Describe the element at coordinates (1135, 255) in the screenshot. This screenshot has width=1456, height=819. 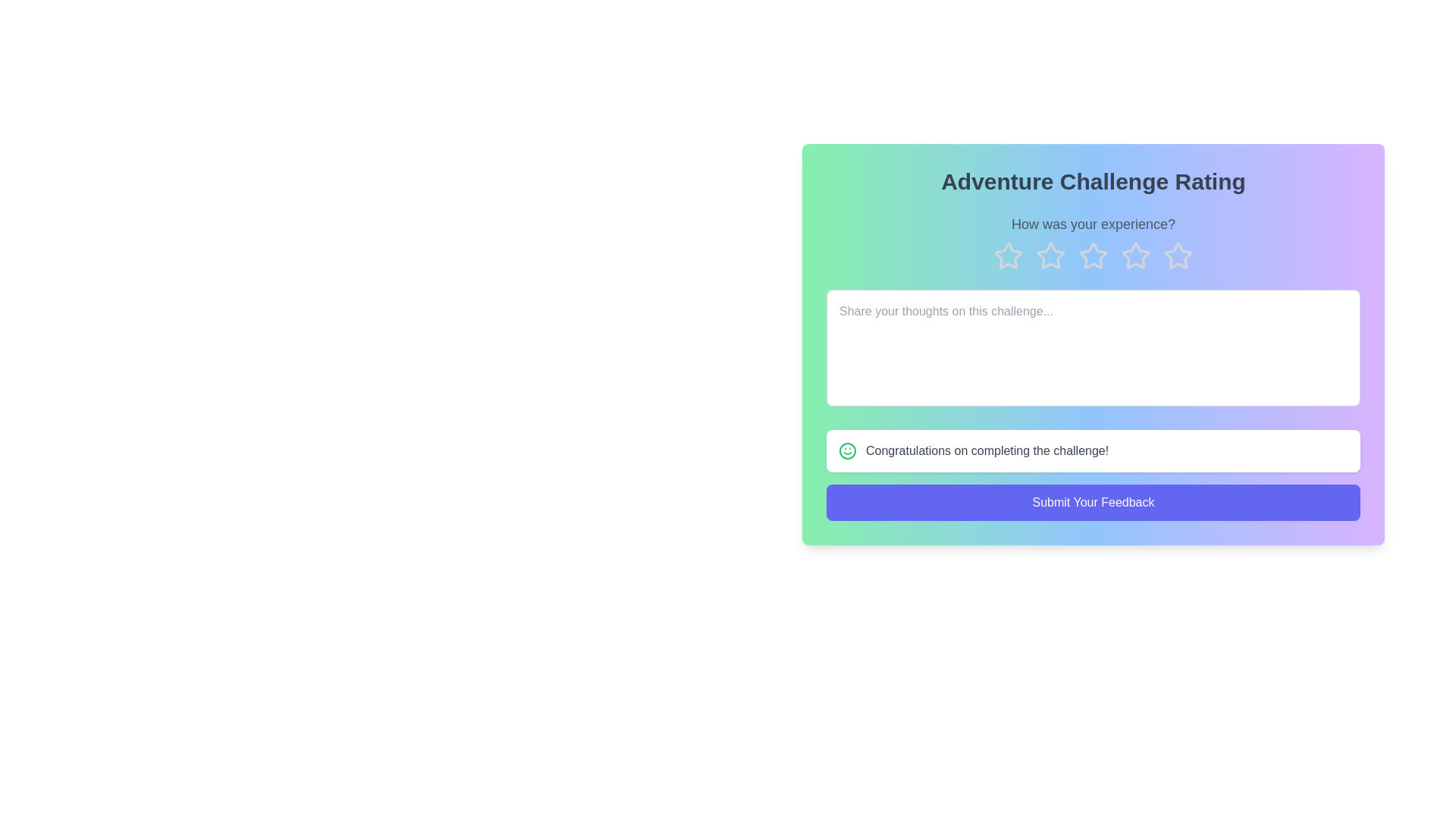
I see `the third rating star icon` at that location.